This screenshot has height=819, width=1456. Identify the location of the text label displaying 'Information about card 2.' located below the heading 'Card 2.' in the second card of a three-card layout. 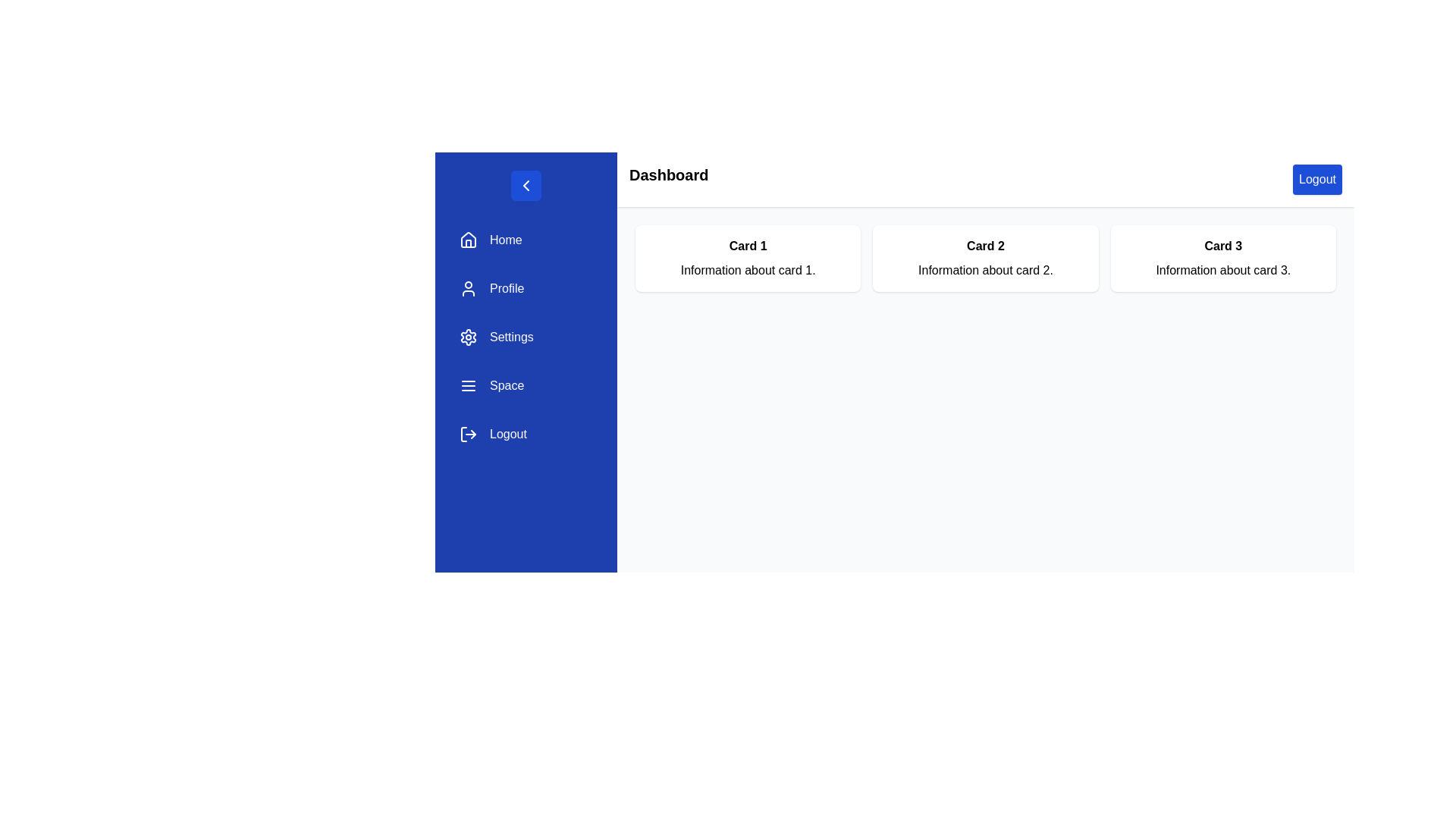
(986, 270).